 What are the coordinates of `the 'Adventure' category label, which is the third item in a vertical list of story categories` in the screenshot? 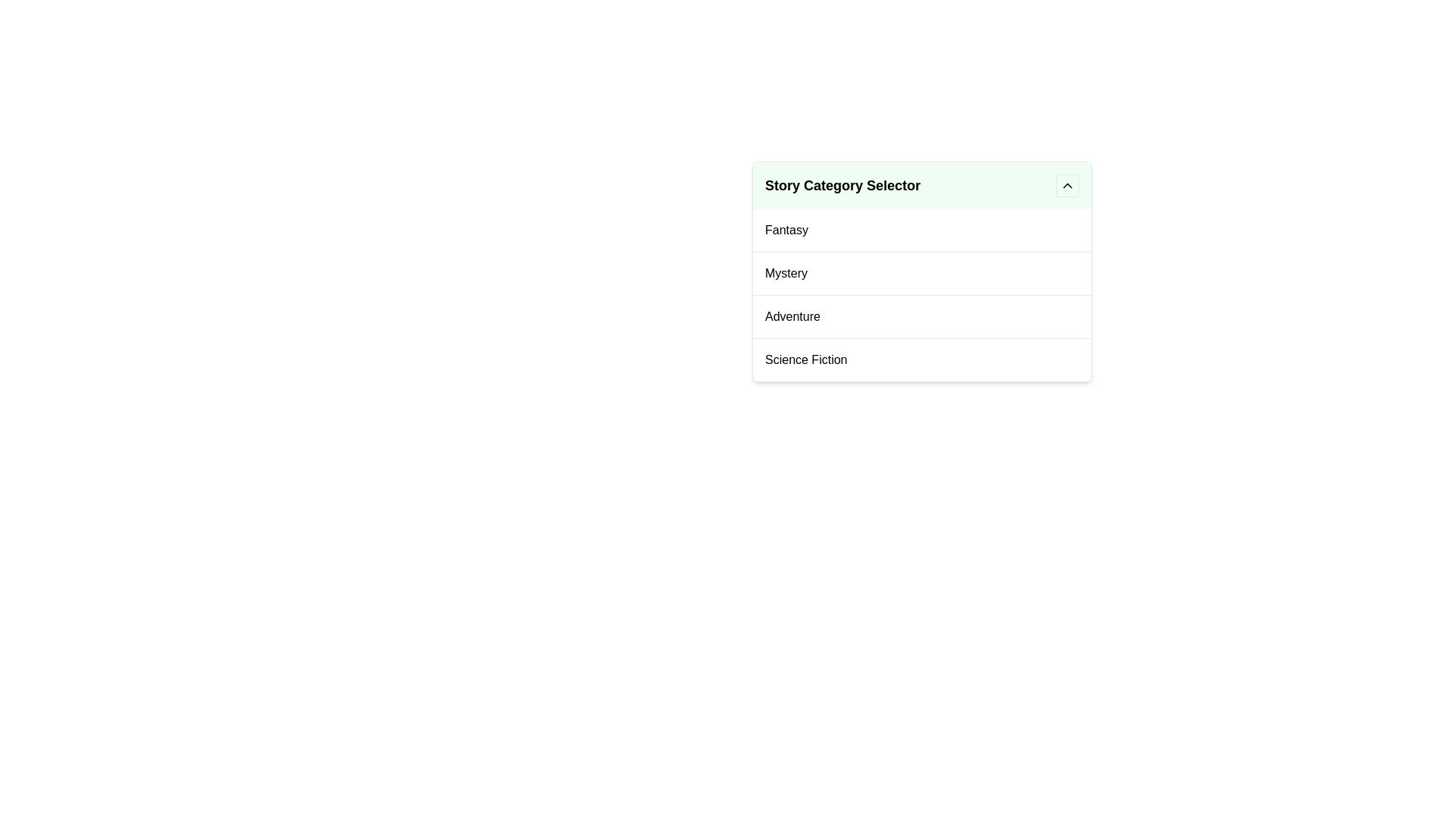 It's located at (792, 315).